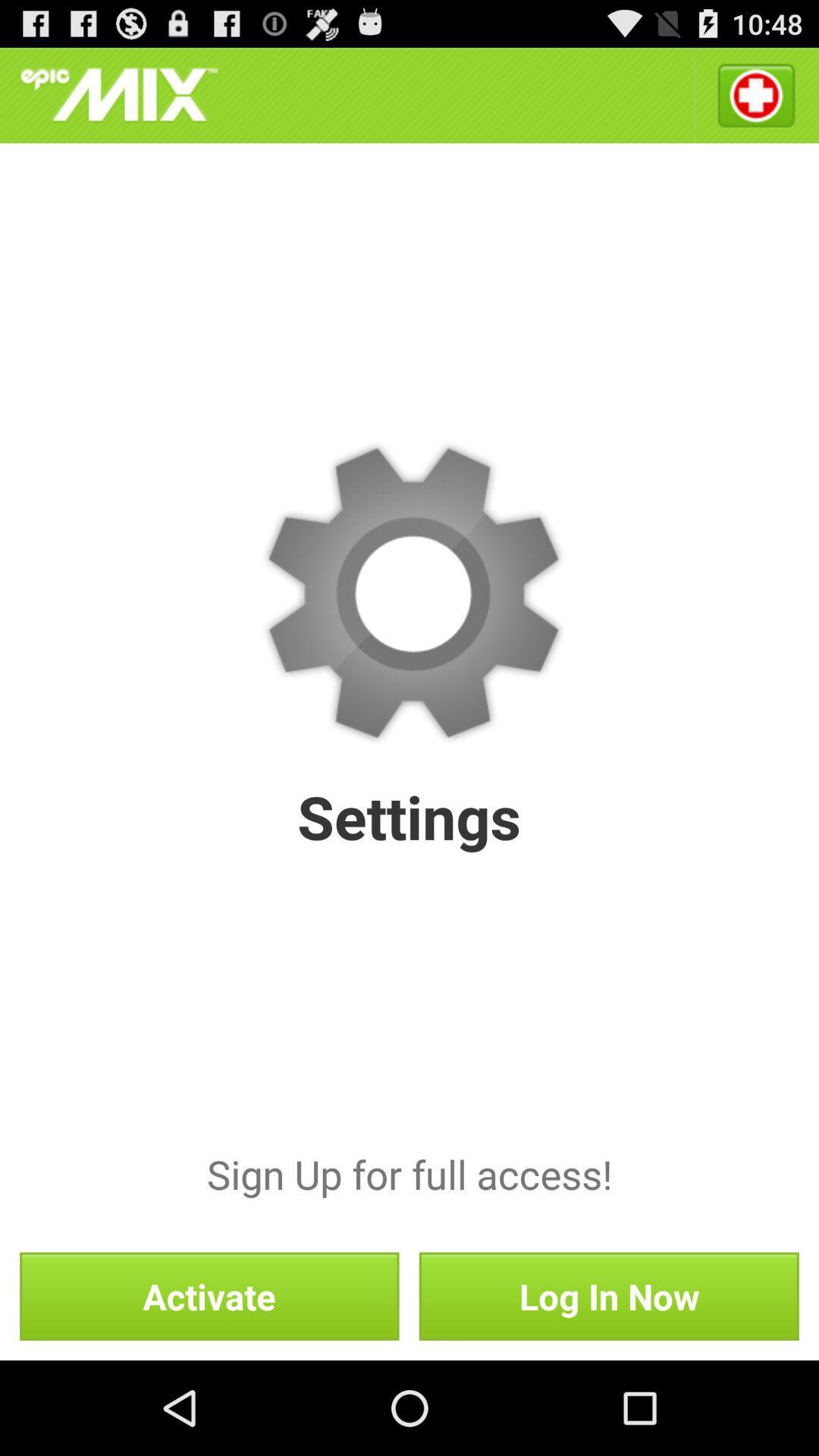 Image resolution: width=819 pixels, height=1456 pixels. What do you see at coordinates (608, 1295) in the screenshot?
I see `log in now item` at bounding box center [608, 1295].